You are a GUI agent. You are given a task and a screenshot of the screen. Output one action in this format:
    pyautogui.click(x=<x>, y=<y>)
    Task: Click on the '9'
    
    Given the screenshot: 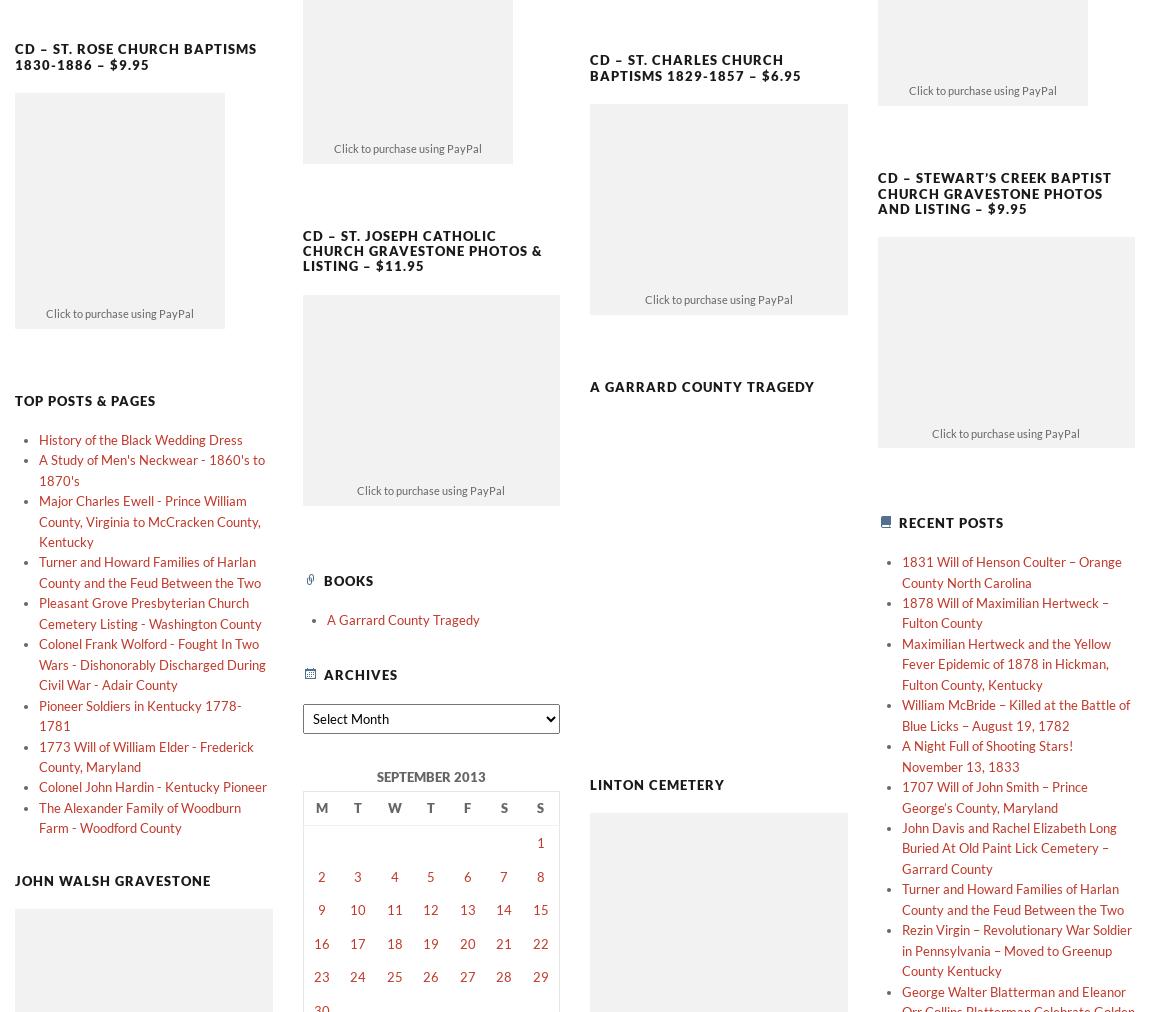 What is the action you would take?
    pyautogui.click(x=320, y=875)
    